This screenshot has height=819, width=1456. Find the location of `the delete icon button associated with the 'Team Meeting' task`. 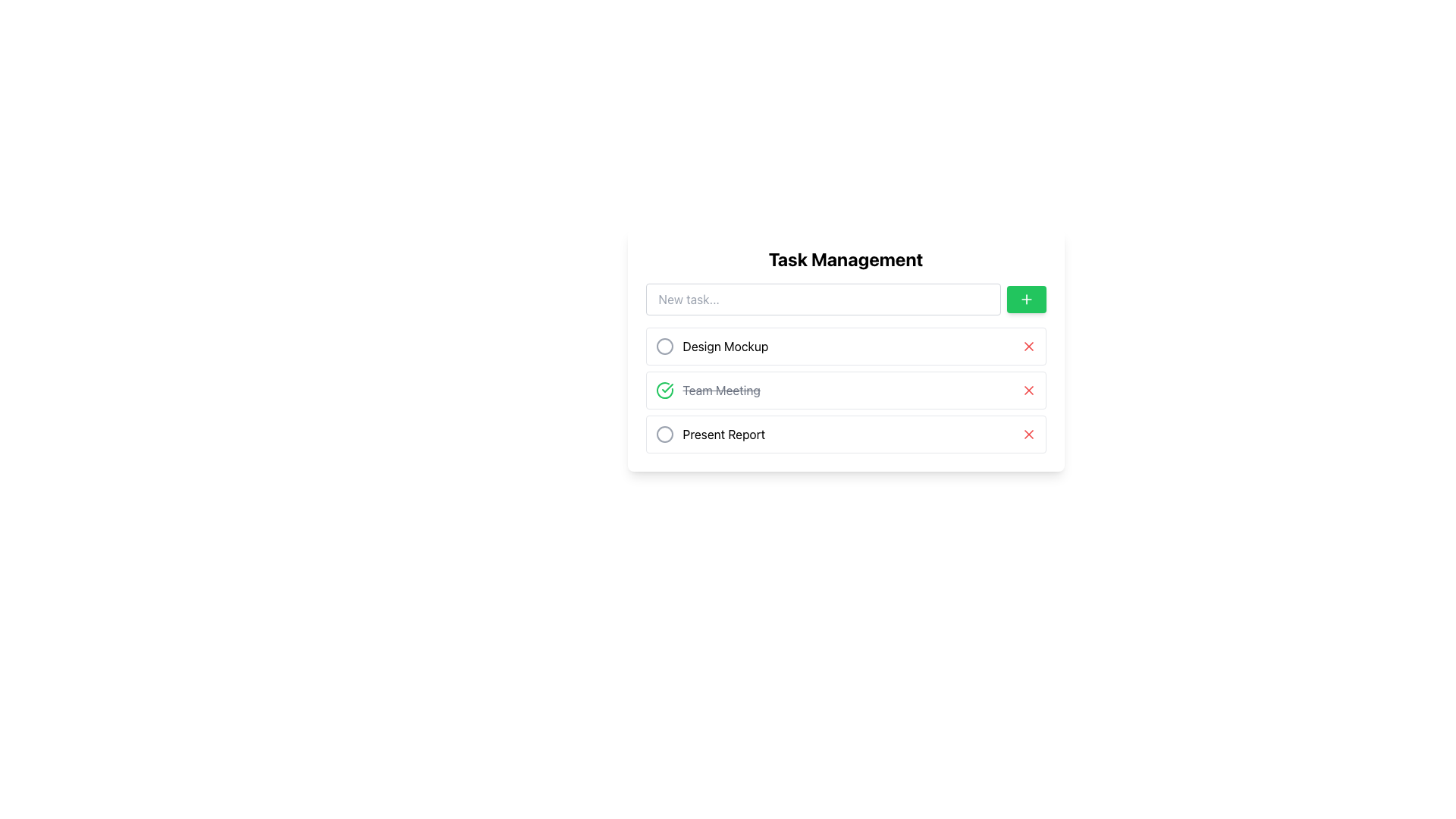

the delete icon button associated with the 'Team Meeting' task is located at coordinates (1028, 390).